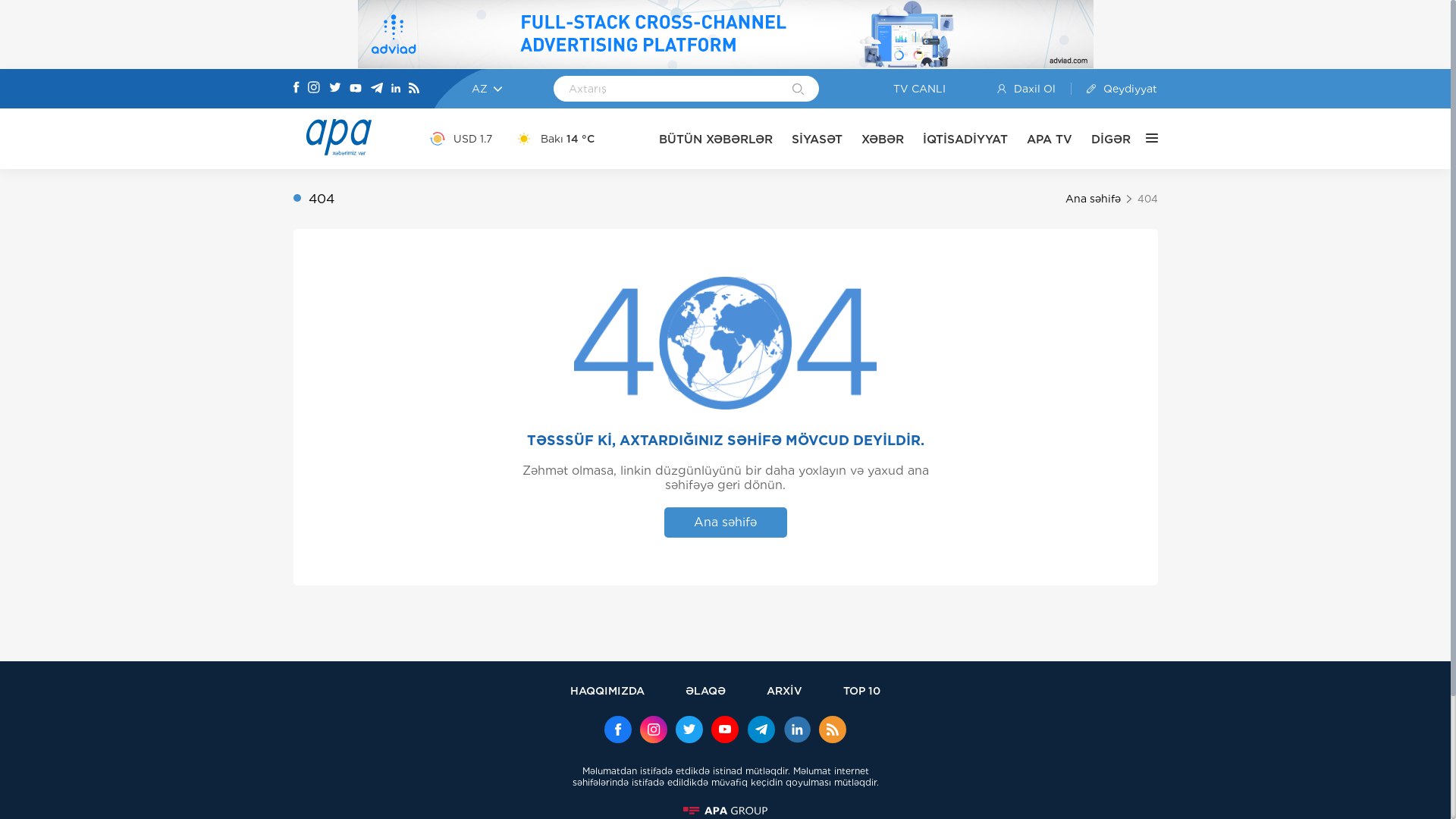 This screenshot has height=819, width=1456. I want to click on 'USD 1.7', so click(460, 138).